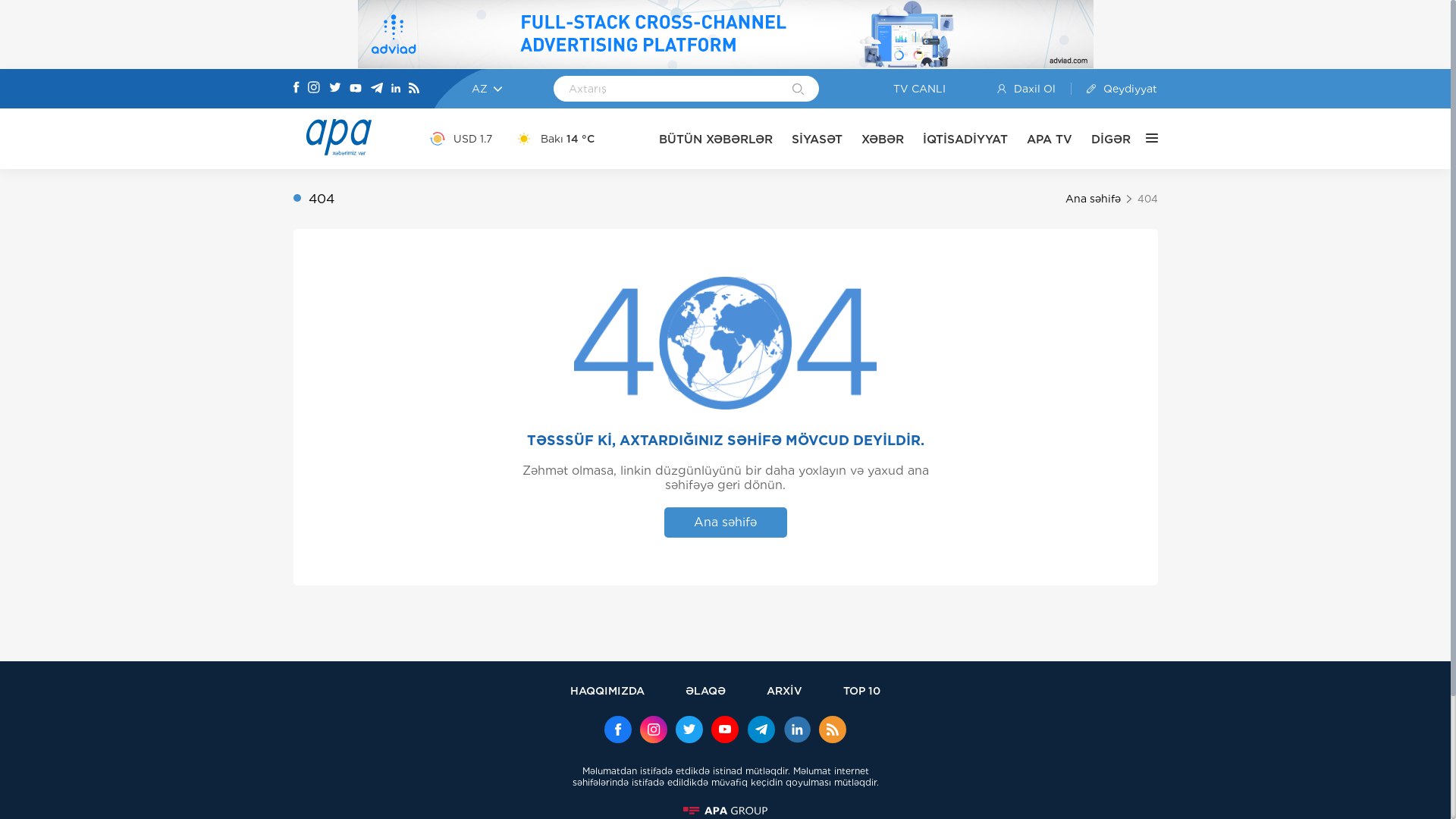 This screenshot has height=819, width=1456. I want to click on 'USD 1.7', so click(460, 138).